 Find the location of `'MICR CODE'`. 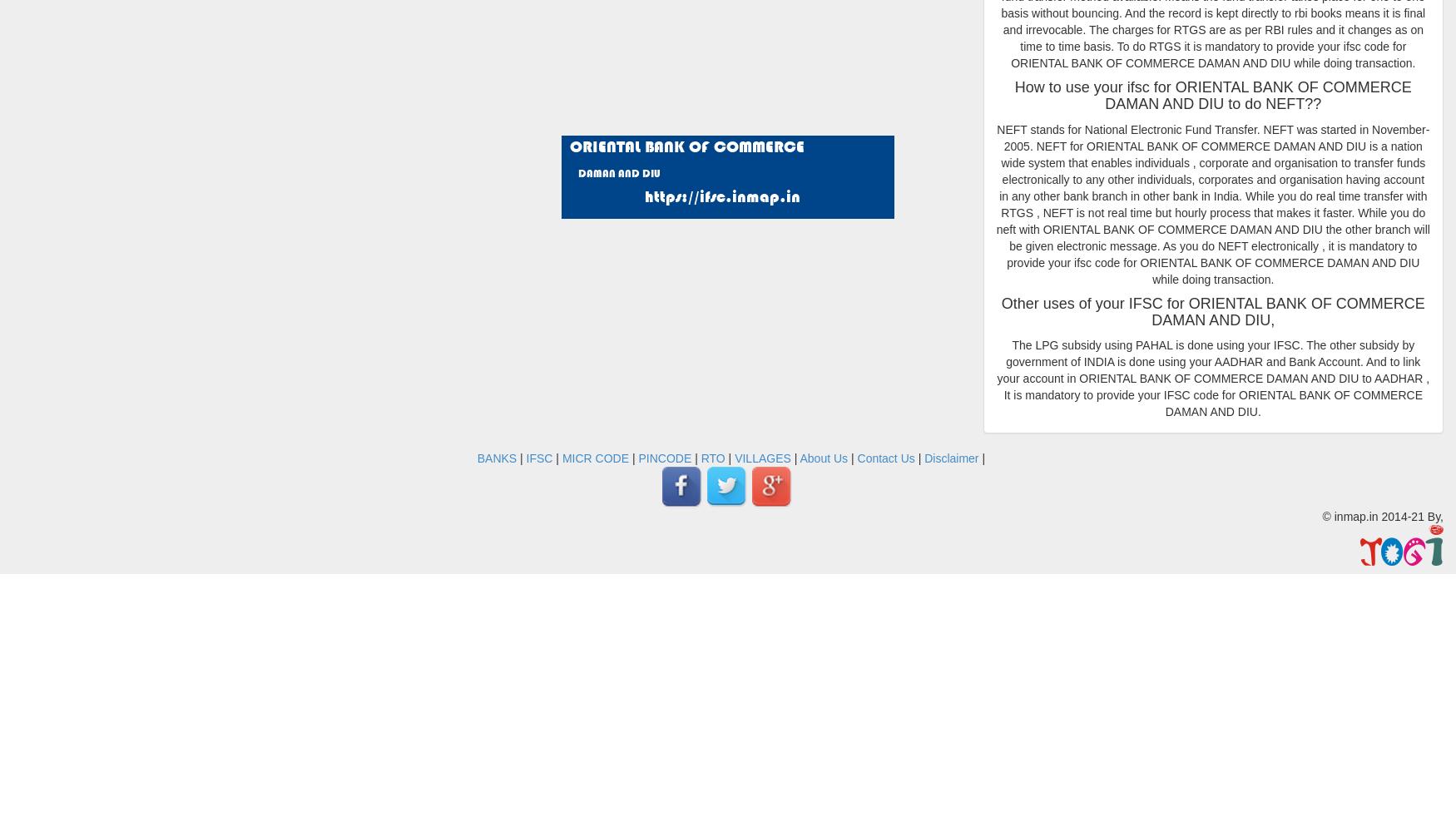

'MICR CODE' is located at coordinates (595, 458).